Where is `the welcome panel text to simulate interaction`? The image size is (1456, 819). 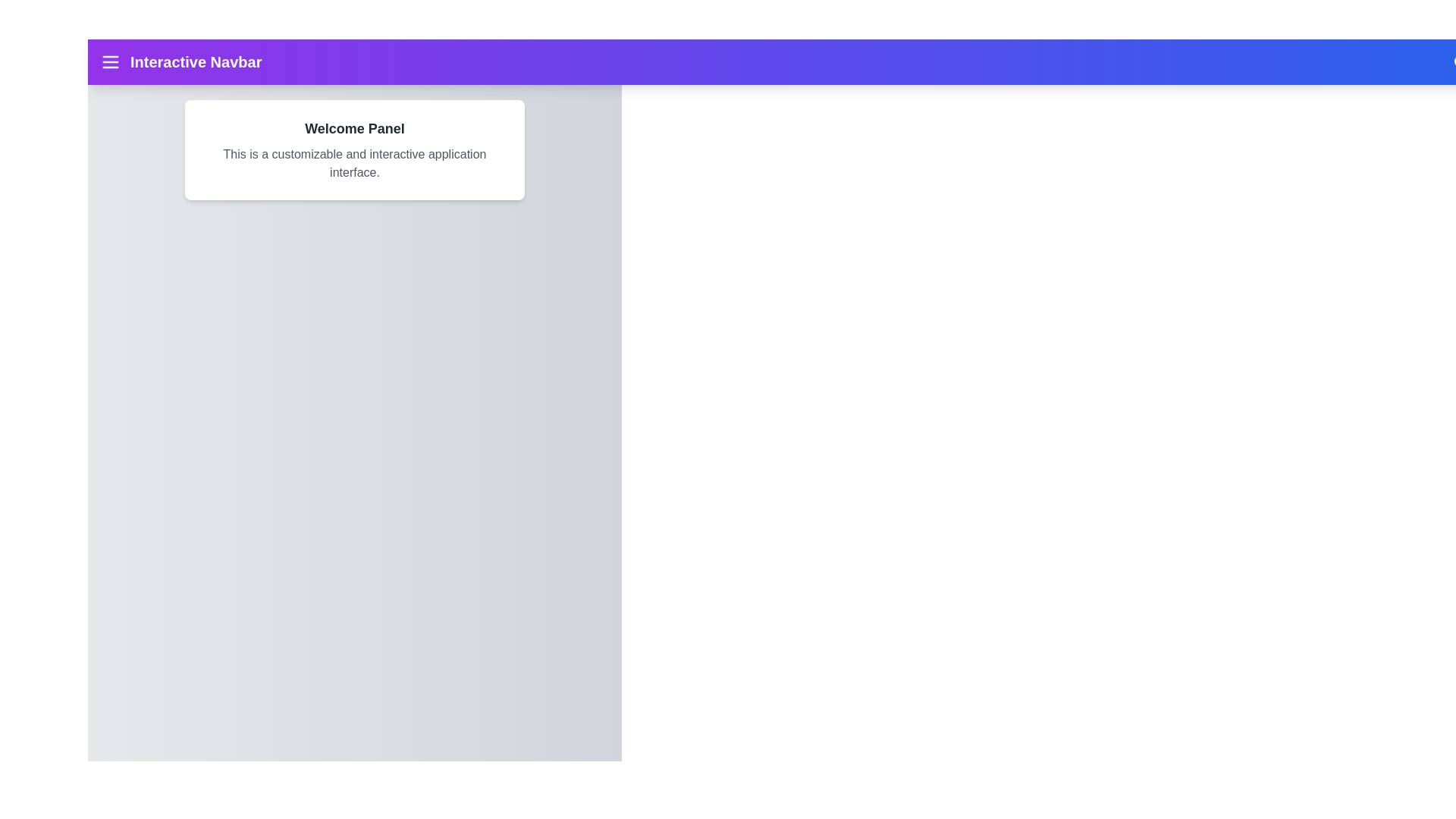 the welcome panel text to simulate interaction is located at coordinates (353, 149).